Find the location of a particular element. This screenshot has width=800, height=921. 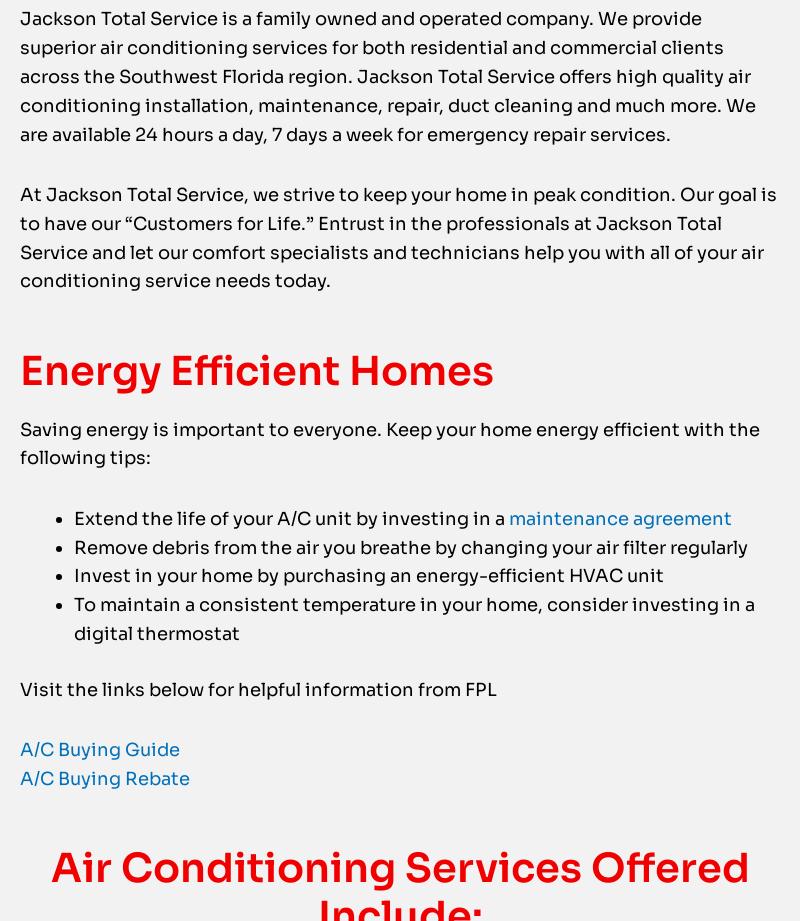

'Jackson Total Service is a family owned and operated company. We provide superior air conditioning services for both residential and commercial clients across the Southwest Florida region. Jackson Total Service offers high quality air conditioning installation, maintenance, repair, duct cleaning and much more. We are available 24 hours a day, 7 days a week for emergency repair services.' is located at coordinates (387, 117).